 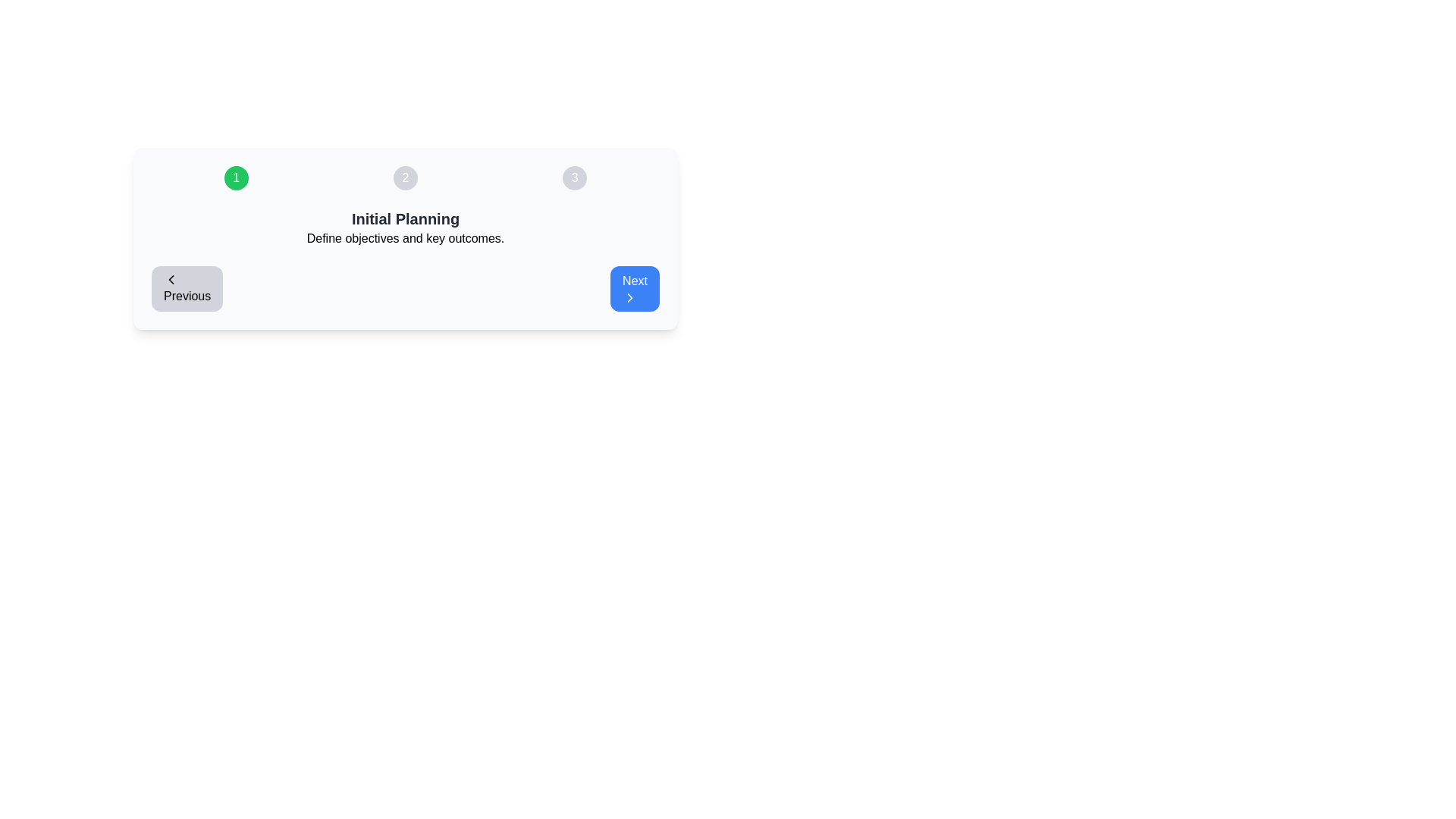 What do you see at coordinates (171, 280) in the screenshot?
I see `the left-pointing chevron arrow icon within the 'Previous' button, which has a light gray background and is located at the bottom-left corner of the card` at bounding box center [171, 280].